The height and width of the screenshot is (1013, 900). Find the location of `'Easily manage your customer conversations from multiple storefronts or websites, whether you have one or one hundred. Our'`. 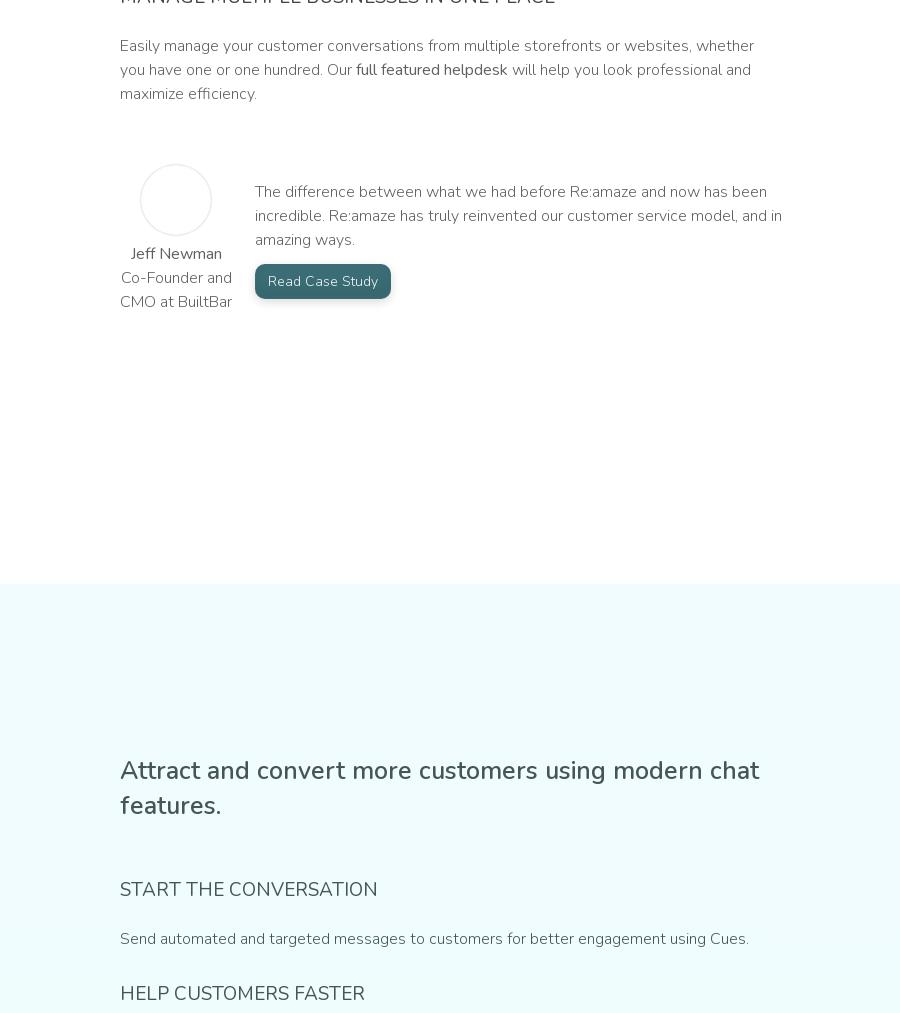

'Easily manage your customer conversations from multiple storefronts or websites, whether you have one or one hundred. Our' is located at coordinates (437, 56).